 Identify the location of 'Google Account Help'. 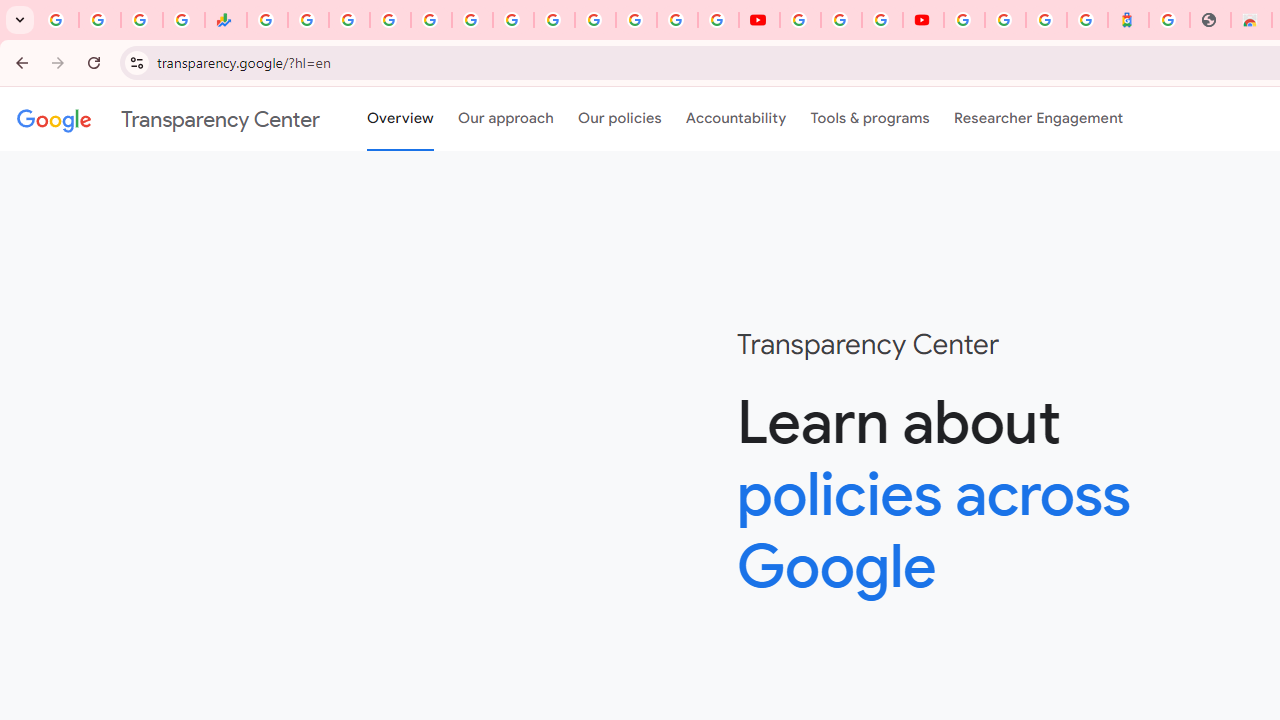
(840, 20).